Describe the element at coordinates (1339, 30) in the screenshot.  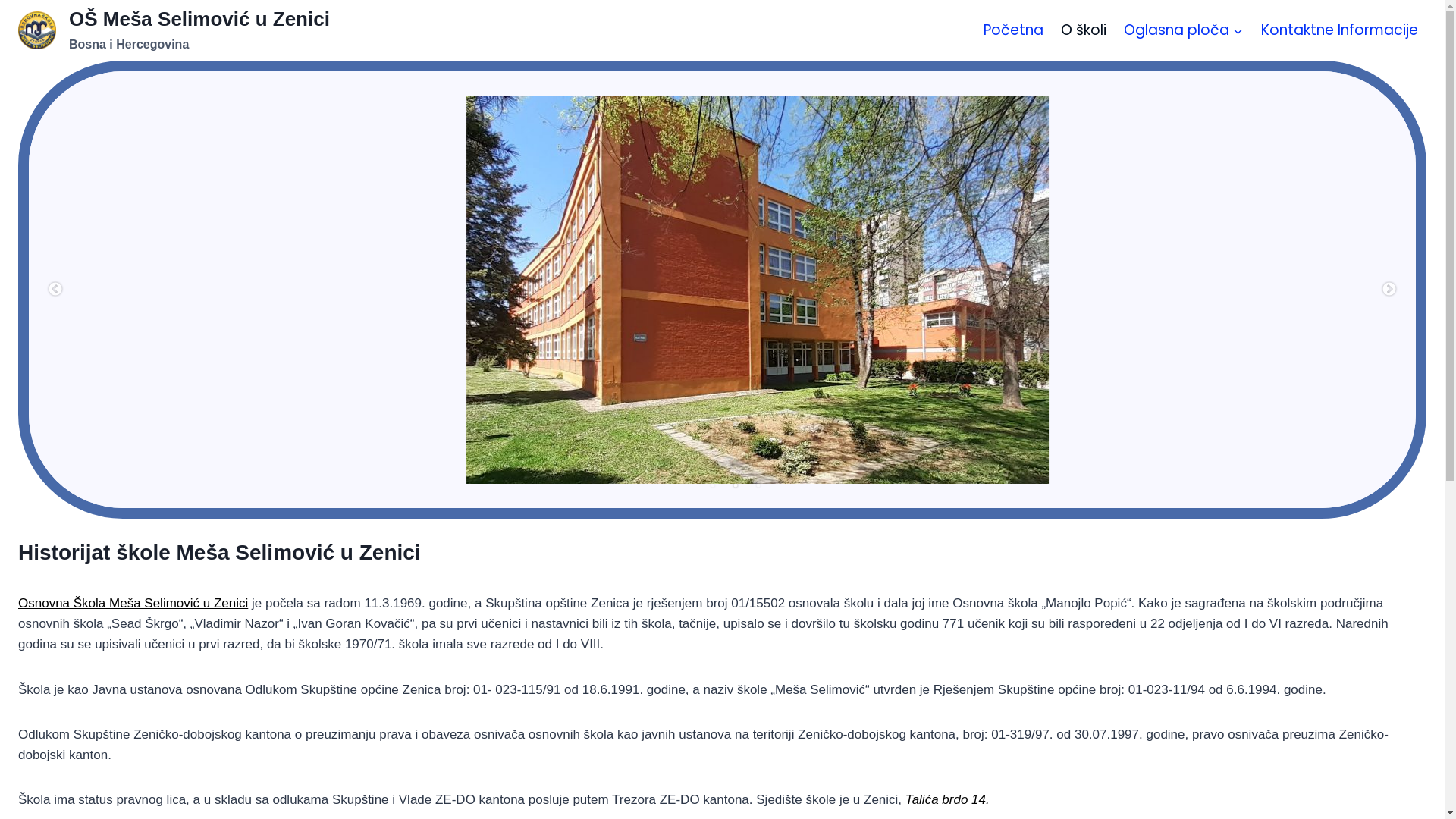
I see `'Kontaktne Informacije'` at that location.